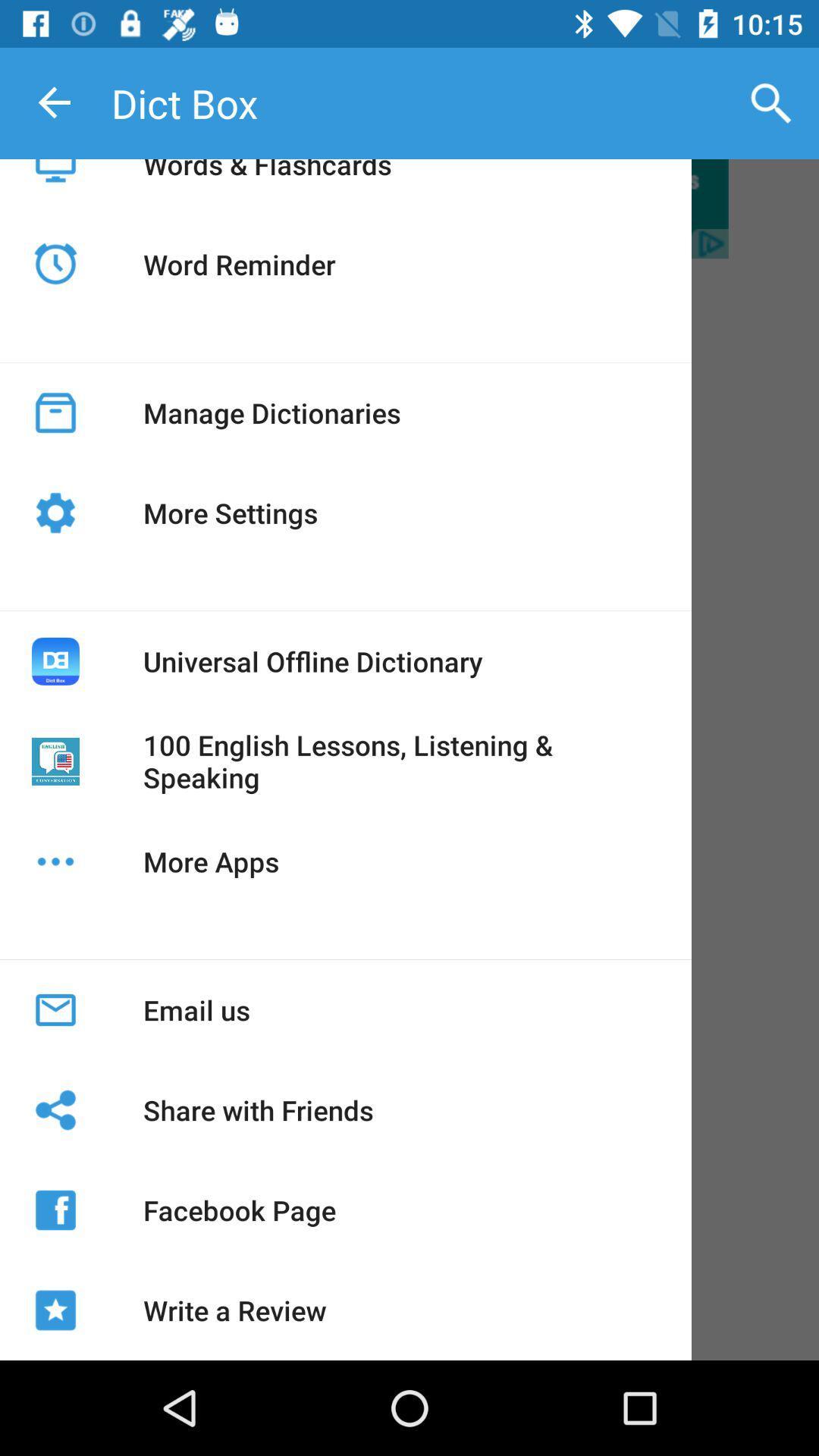 This screenshot has height=1456, width=819. I want to click on the app above word reminder icon, so click(266, 181).